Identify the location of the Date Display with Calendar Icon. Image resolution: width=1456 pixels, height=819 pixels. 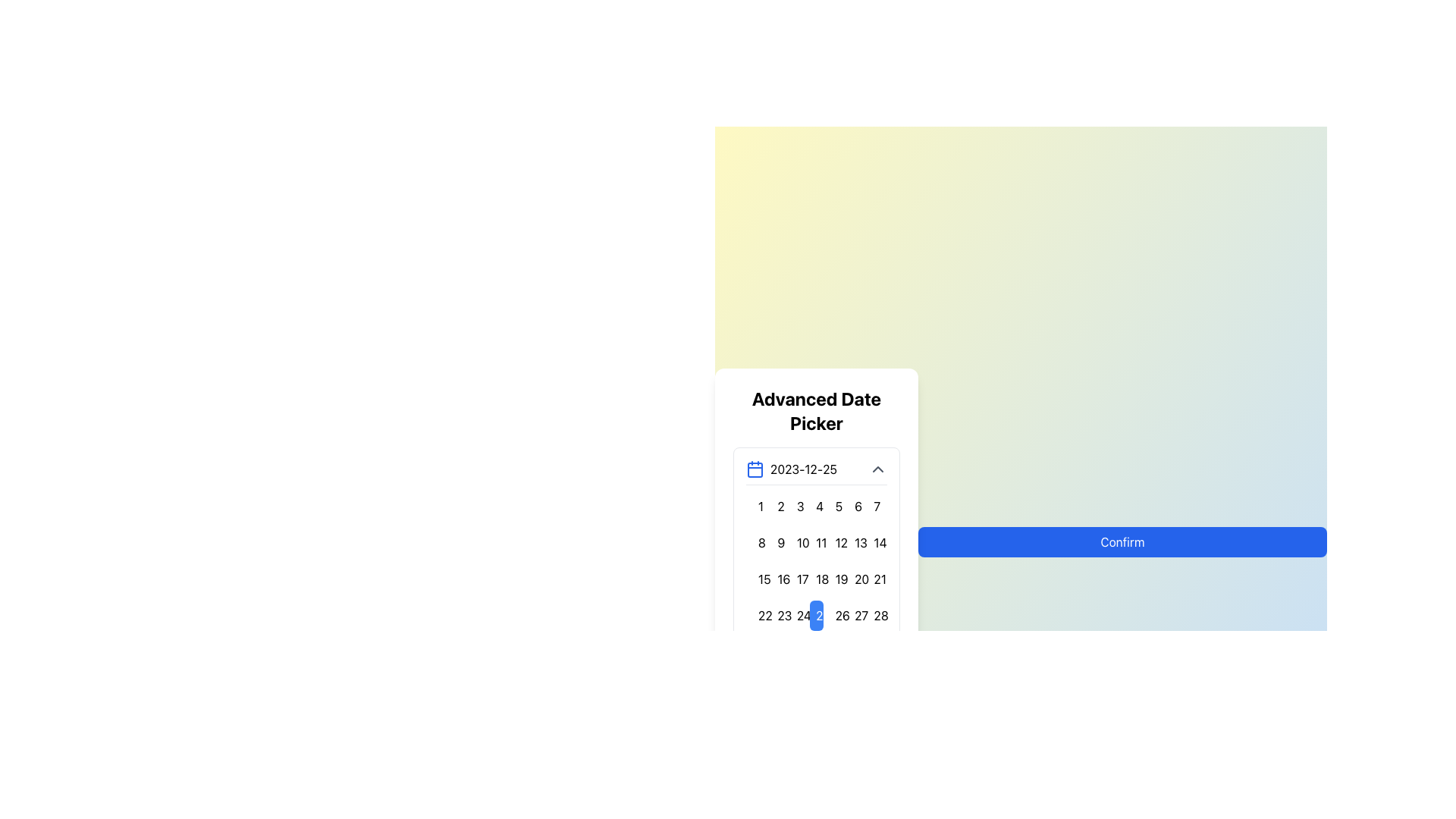
(791, 468).